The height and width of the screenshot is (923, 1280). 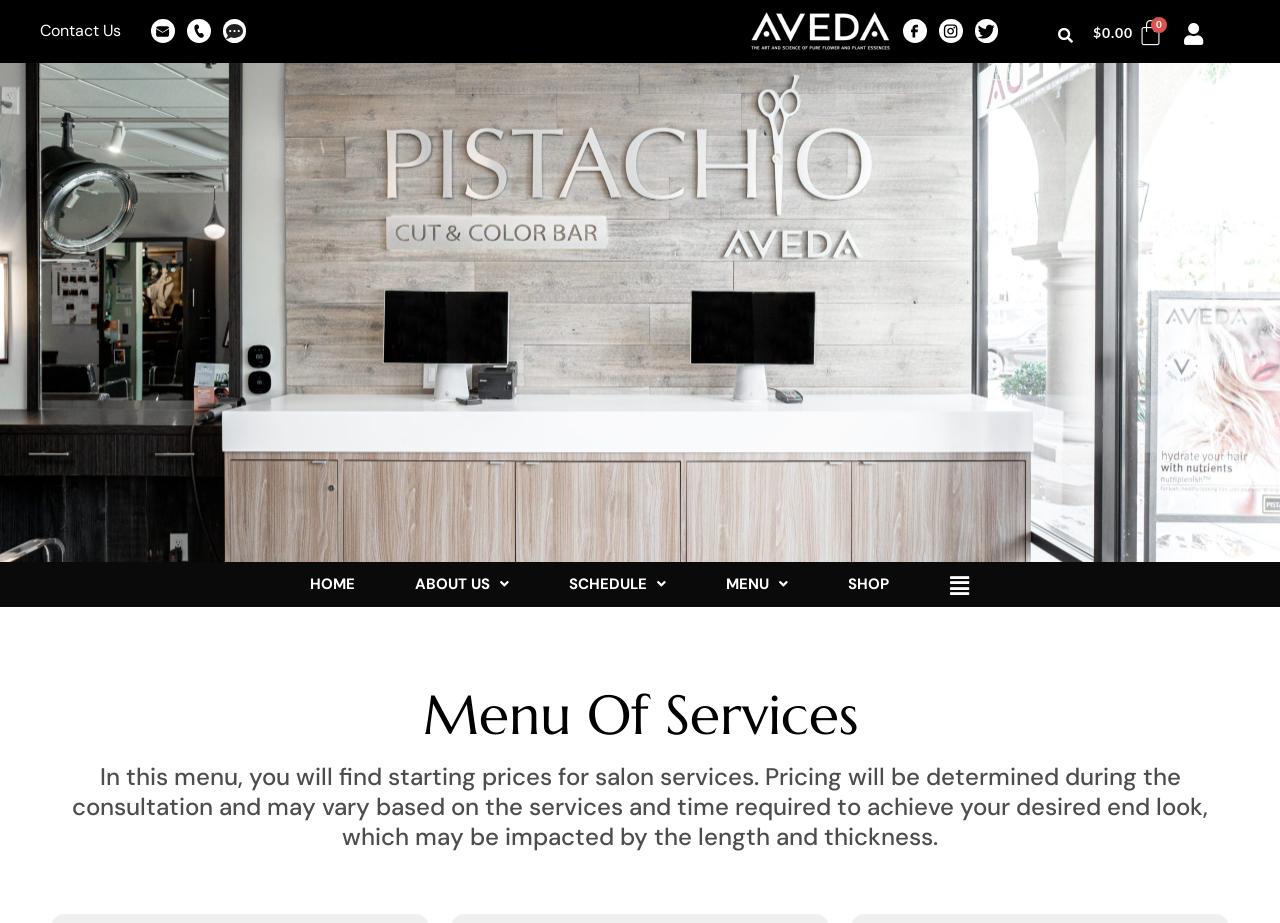 What do you see at coordinates (451, 581) in the screenshot?
I see `'ABOUT US'` at bounding box center [451, 581].